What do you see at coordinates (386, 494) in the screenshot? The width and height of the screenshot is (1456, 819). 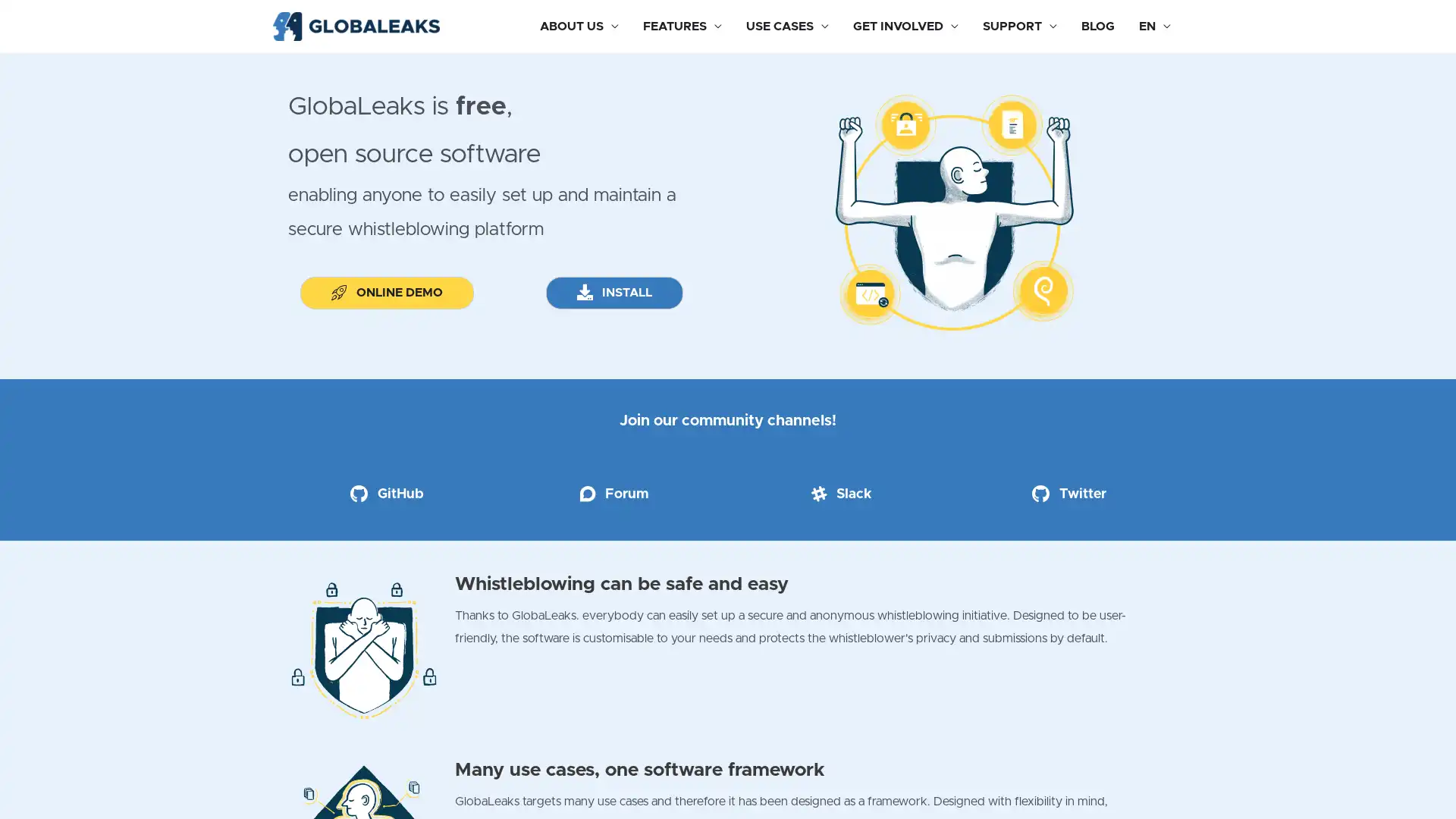 I see `GitHub` at bounding box center [386, 494].